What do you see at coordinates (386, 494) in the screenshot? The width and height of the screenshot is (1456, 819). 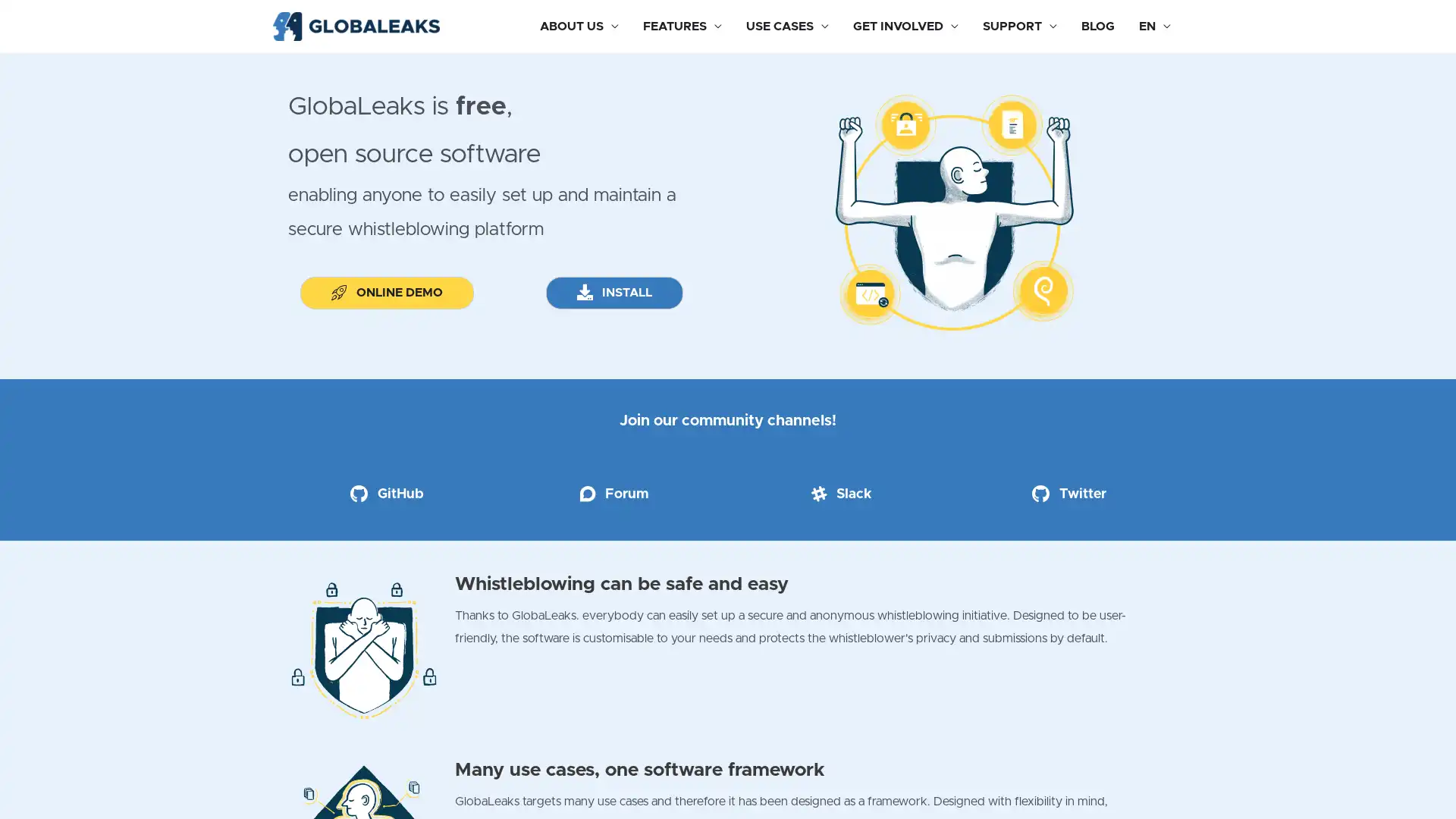 I see `GitHub` at bounding box center [386, 494].